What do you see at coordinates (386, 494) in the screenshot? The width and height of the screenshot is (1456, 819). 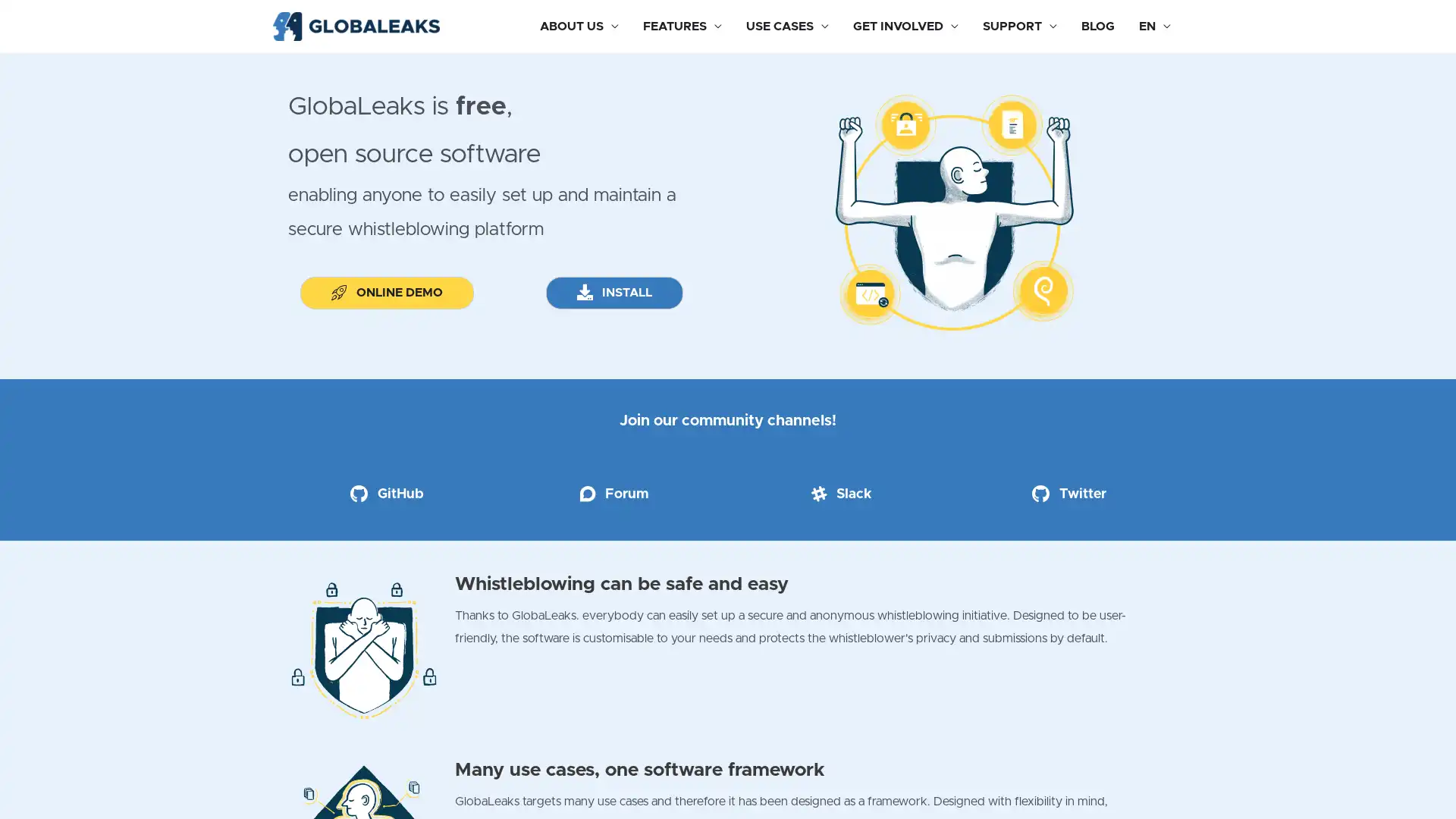 I see `GitHub` at bounding box center [386, 494].